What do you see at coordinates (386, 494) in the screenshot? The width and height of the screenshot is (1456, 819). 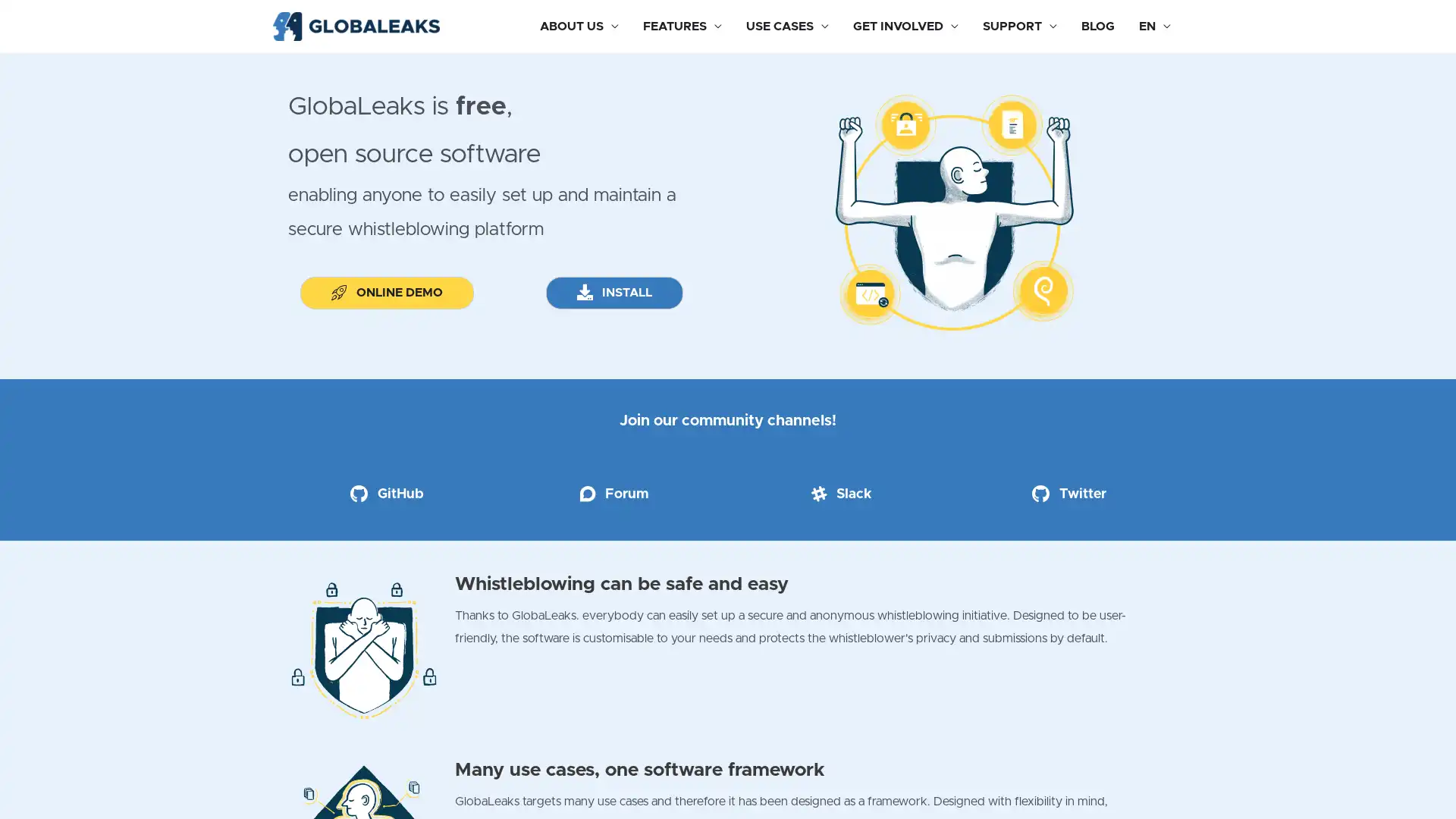 I see `GitHub` at bounding box center [386, 494].